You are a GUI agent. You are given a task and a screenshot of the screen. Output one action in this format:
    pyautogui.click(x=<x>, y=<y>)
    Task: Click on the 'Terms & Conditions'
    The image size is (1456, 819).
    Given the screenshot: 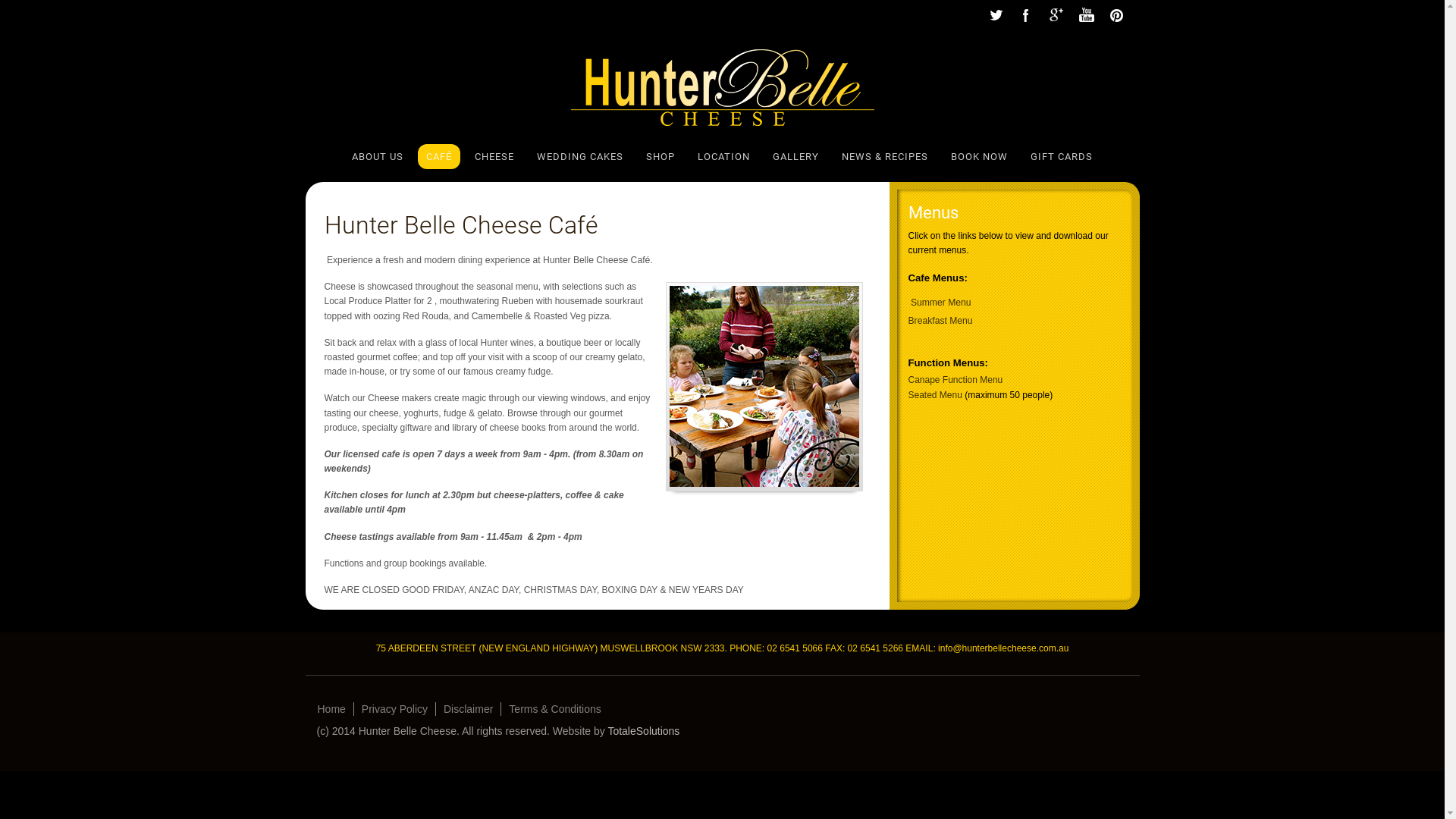 What is the action you would take?
    pyautogui.click(x=501, y=708)
    